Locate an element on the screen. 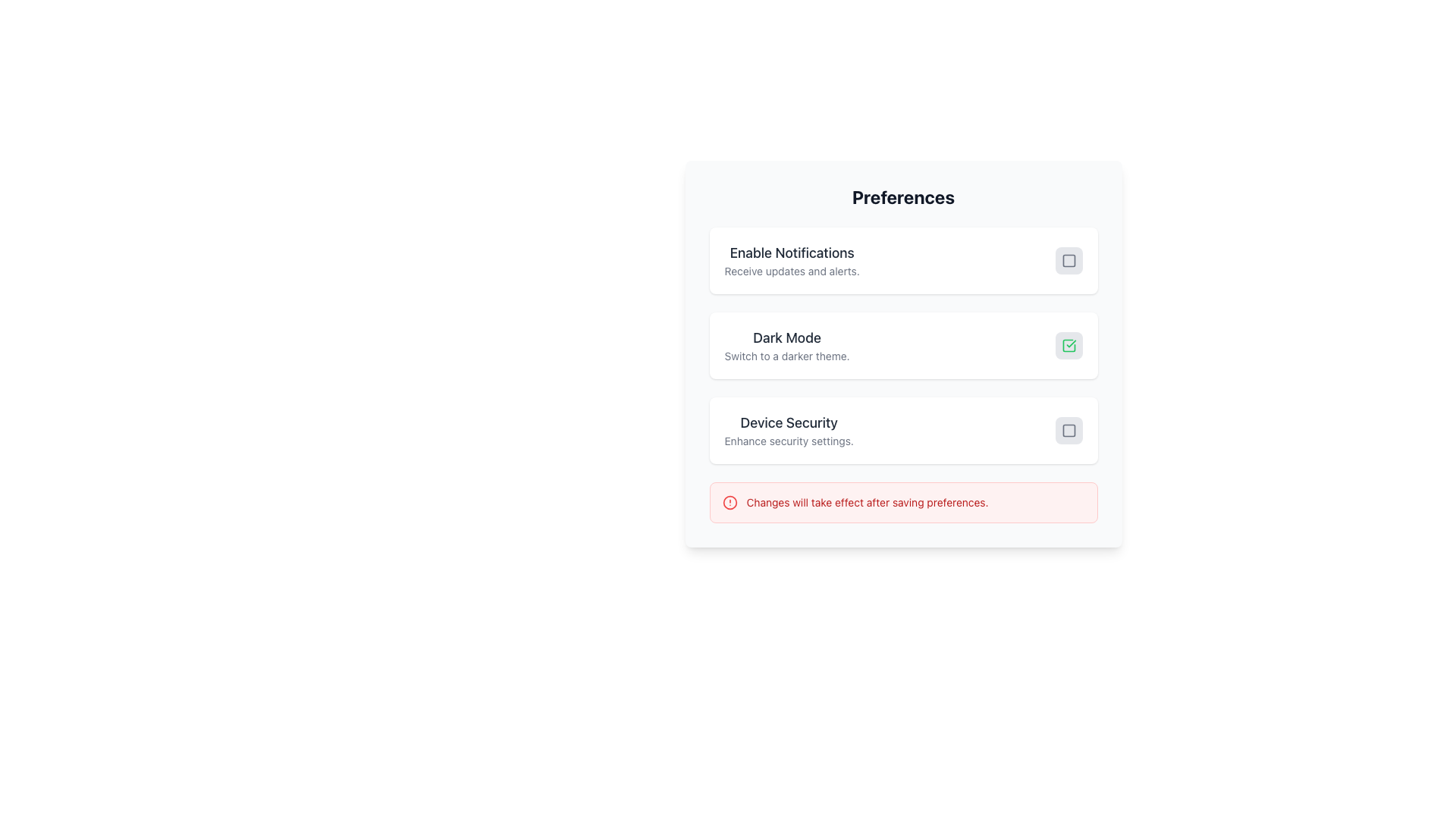 This screenshot has width=1456, height=819. text description of the 'Enable Notifications' option located in the topmost card of the settings list is located at coordinates (791, 259).